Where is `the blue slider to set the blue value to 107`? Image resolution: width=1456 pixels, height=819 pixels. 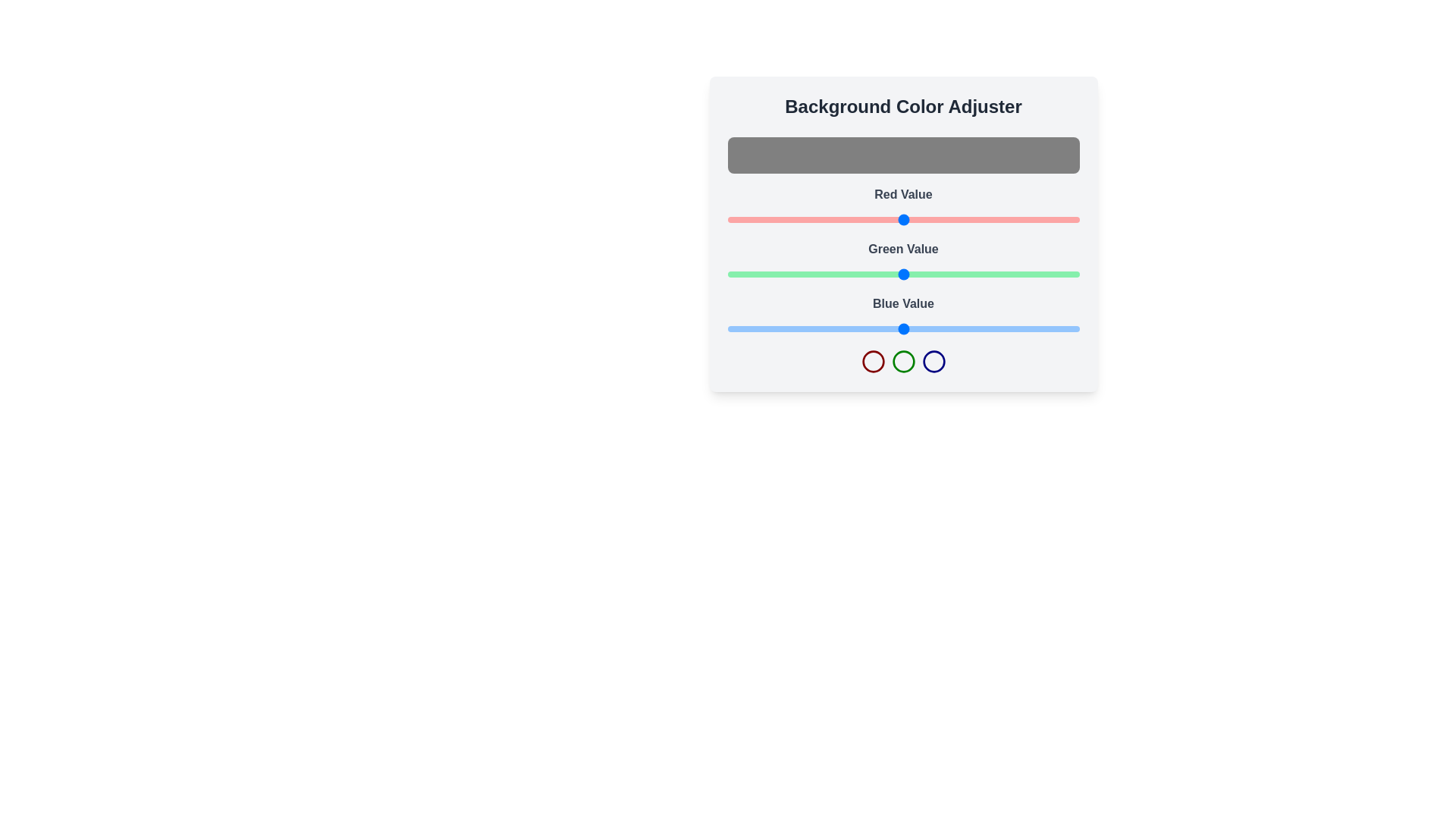 the blue slider to set the blue value to 107 is located at coordinates (875, 328).